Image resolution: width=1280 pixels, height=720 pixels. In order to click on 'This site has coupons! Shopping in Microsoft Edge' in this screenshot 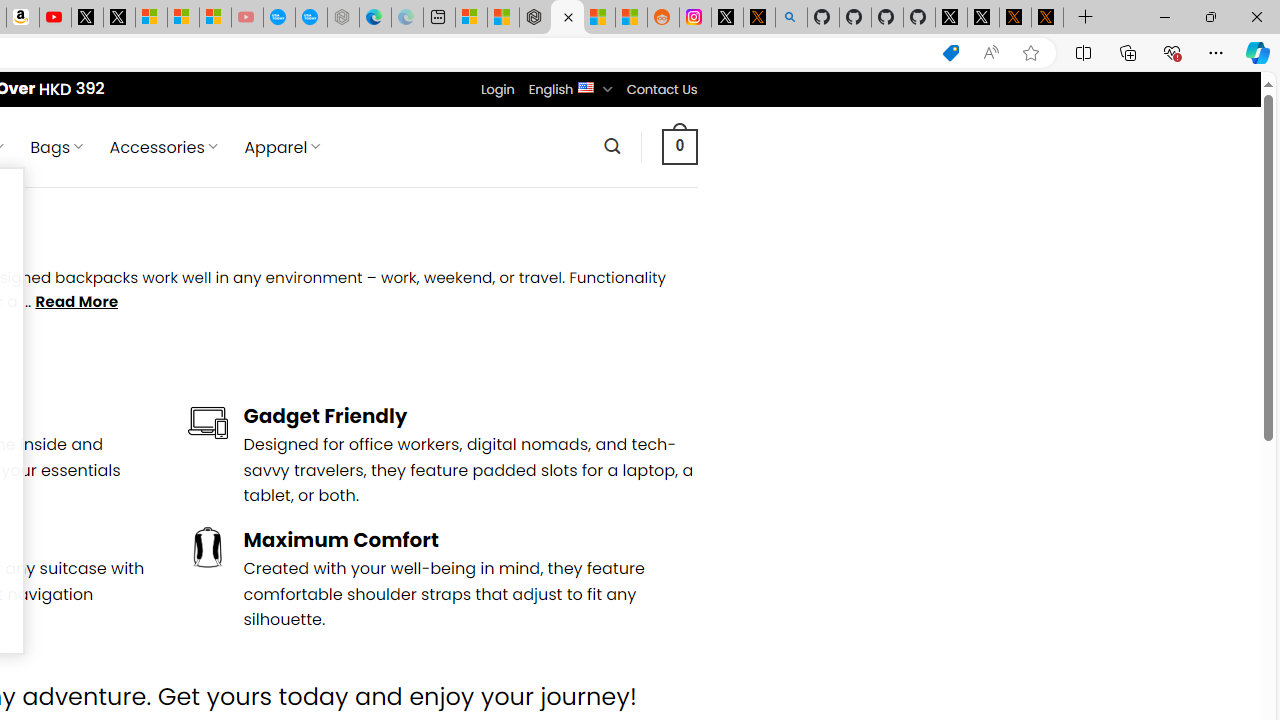, I will do `click(950, 52)`.